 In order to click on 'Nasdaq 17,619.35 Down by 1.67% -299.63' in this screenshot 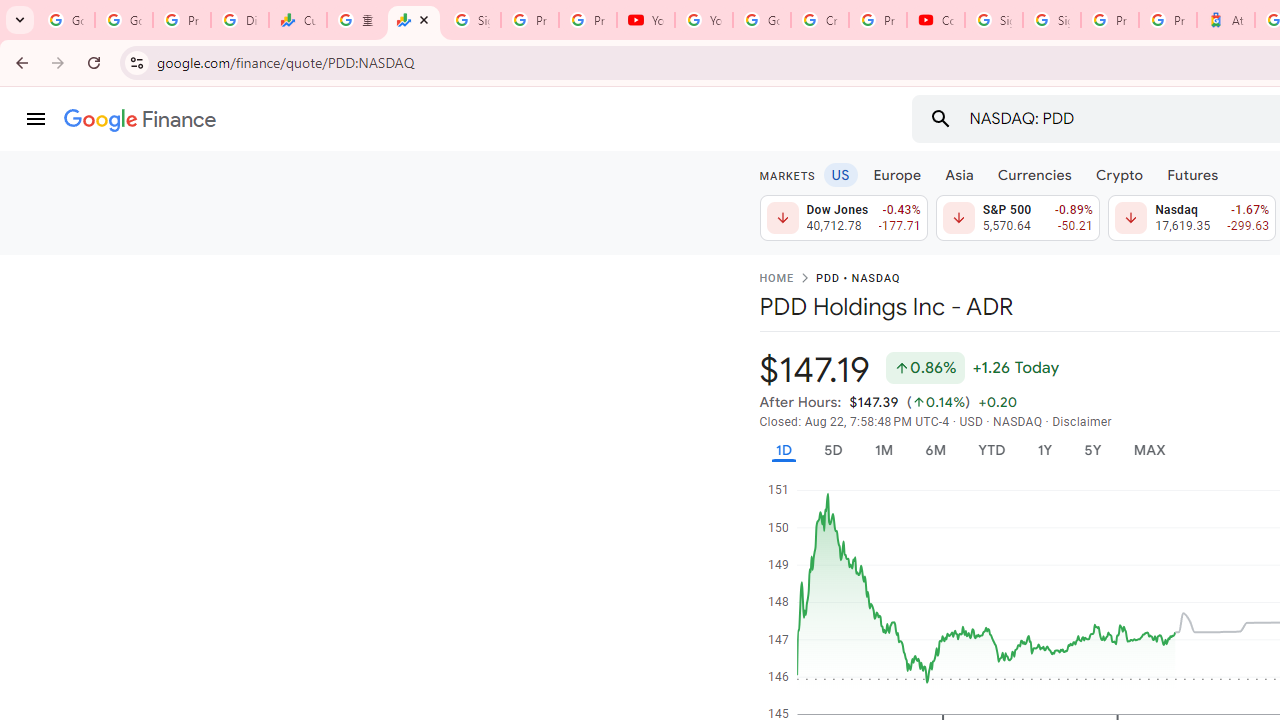, I will do `click(1192, 218)`.